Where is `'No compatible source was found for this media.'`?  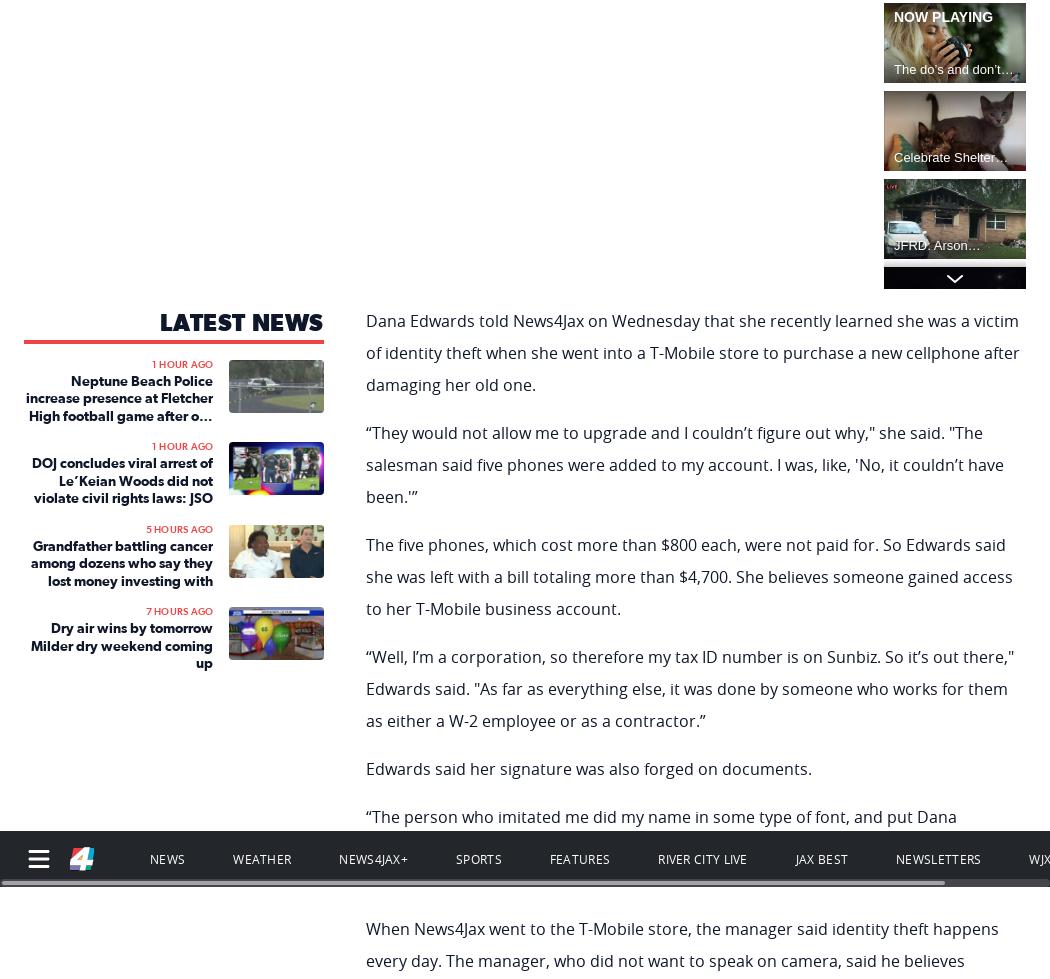 'No compatible source was found for this media.' is located at coordinates (218, 805).